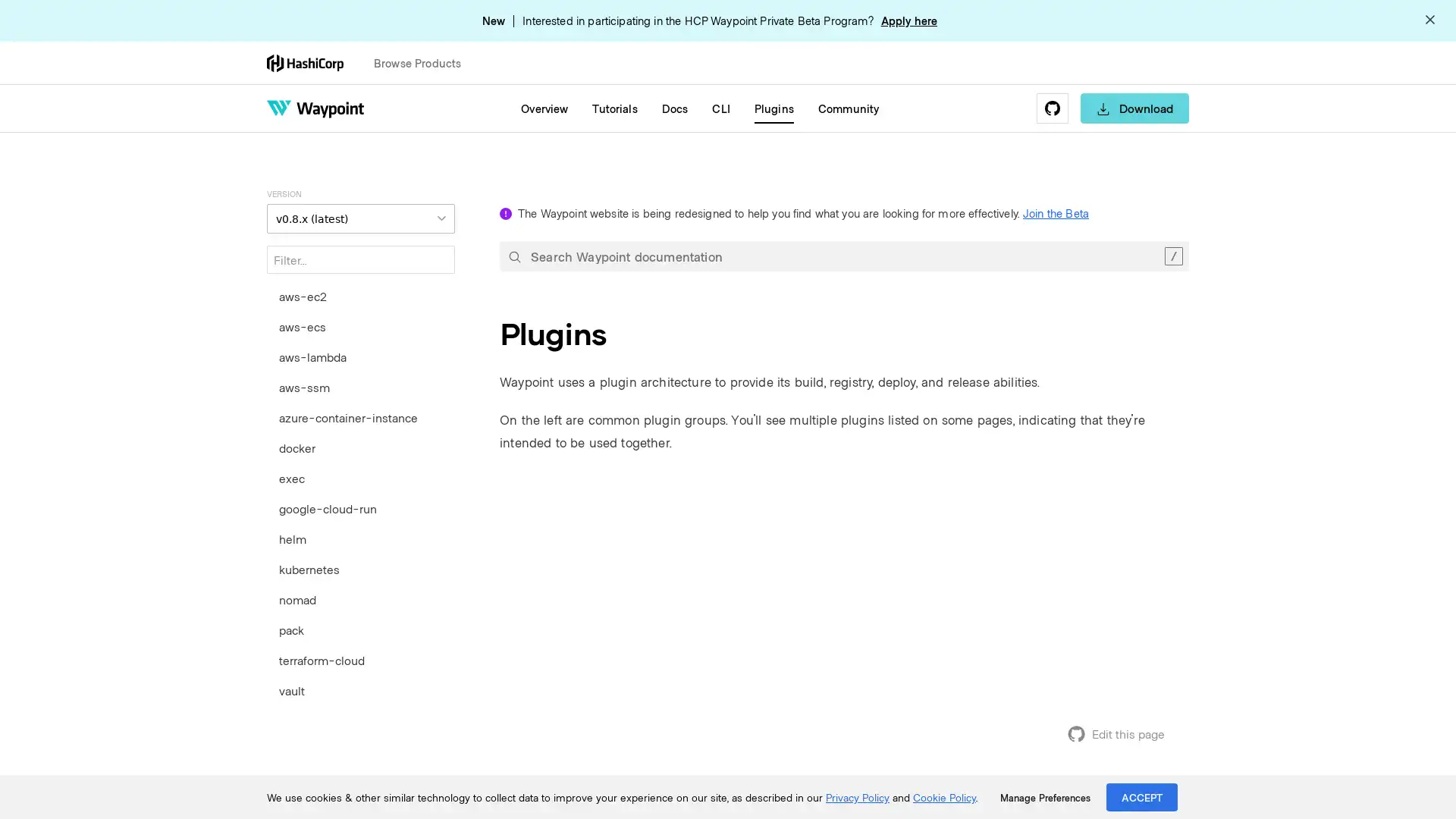 The width and height of the screenshot is (1456, 819). I want to click on Submit your search query., so click(514, 256).